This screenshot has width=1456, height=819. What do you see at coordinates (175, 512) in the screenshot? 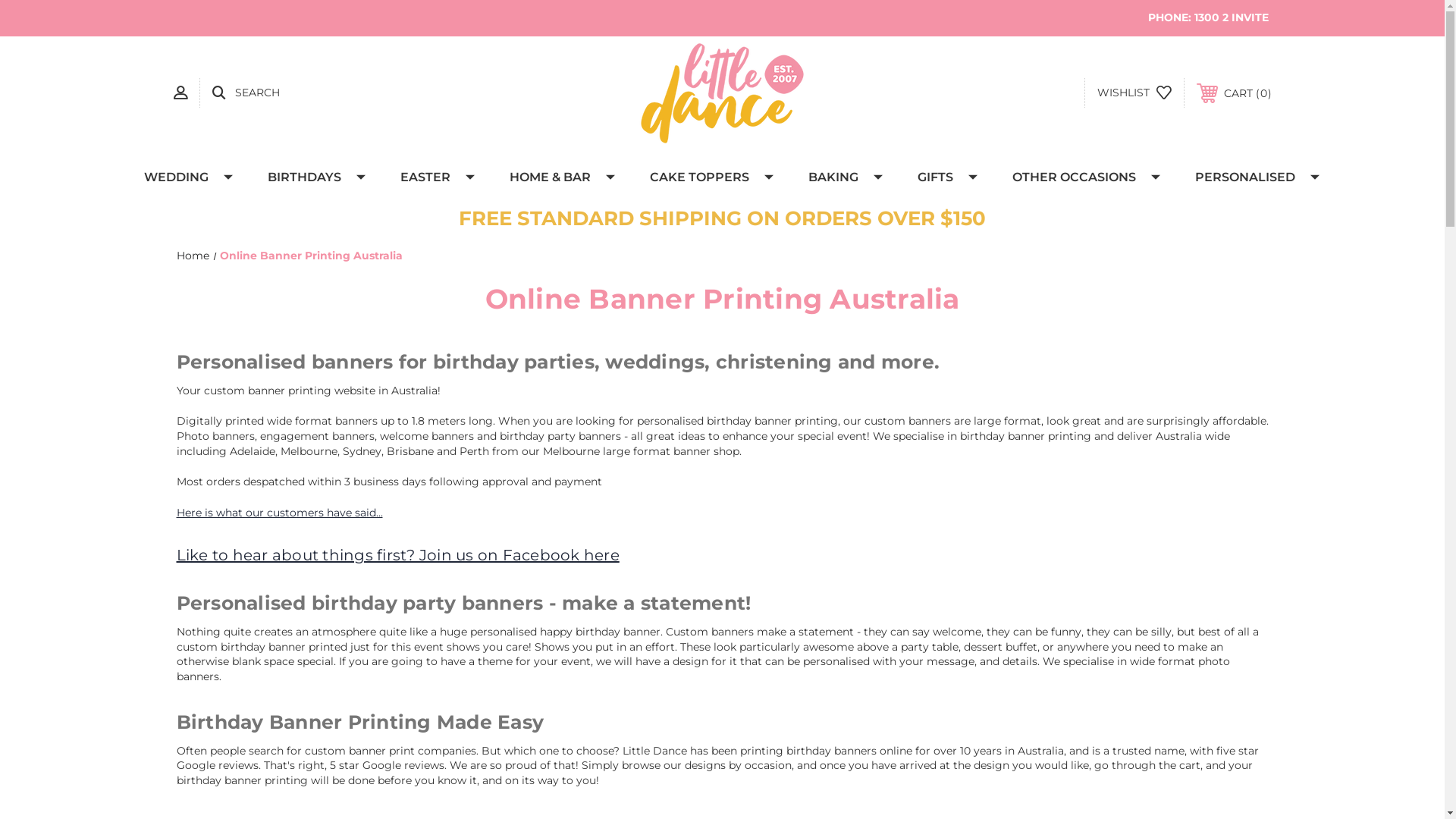
I see `'Here is what our customers have said...'` at bounding box center [175, 512].